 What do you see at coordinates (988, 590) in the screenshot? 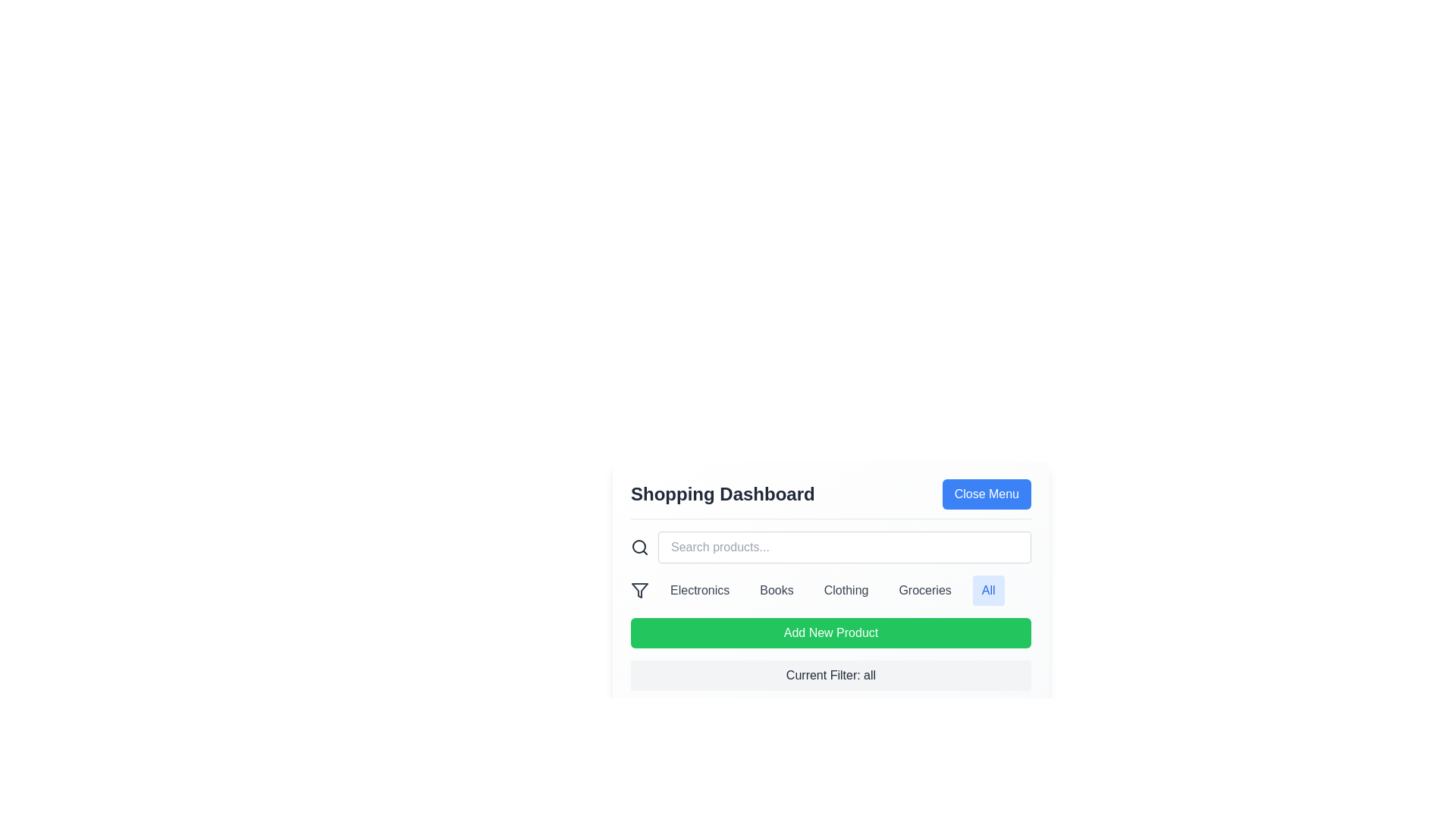
I see `the 'All' filter button, which is the fifth button in a row of filter buttons, located to the right of the 'Groceries' button, to trigger its hover effects` at bounding box center [988, 590].